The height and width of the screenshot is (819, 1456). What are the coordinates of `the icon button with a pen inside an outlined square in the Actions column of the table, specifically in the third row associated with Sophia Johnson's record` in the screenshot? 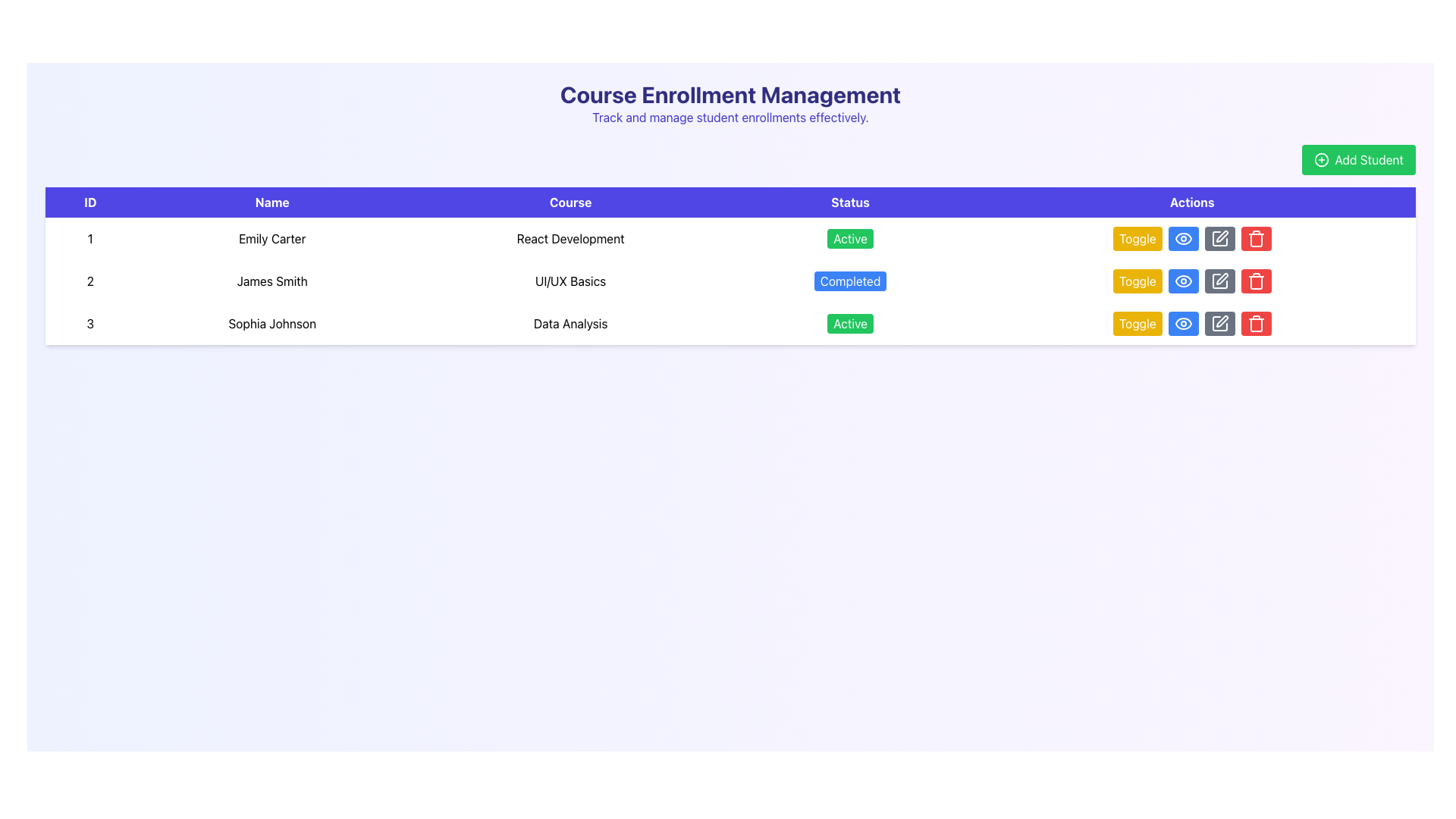 It's located at (1219, 239).